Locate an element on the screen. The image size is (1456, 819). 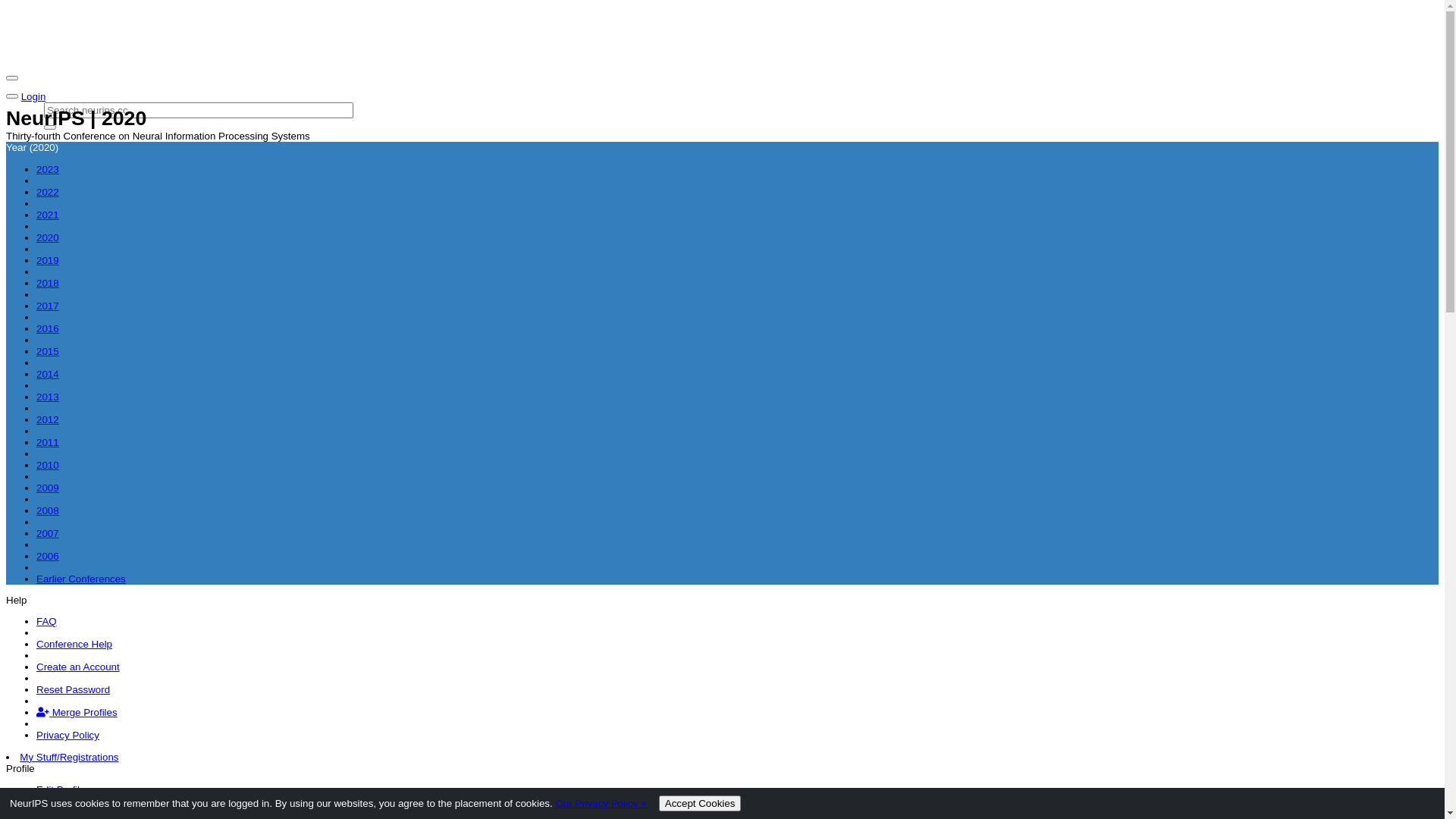
'My Stuff/Registrations' is located at coordinates (68, 757).